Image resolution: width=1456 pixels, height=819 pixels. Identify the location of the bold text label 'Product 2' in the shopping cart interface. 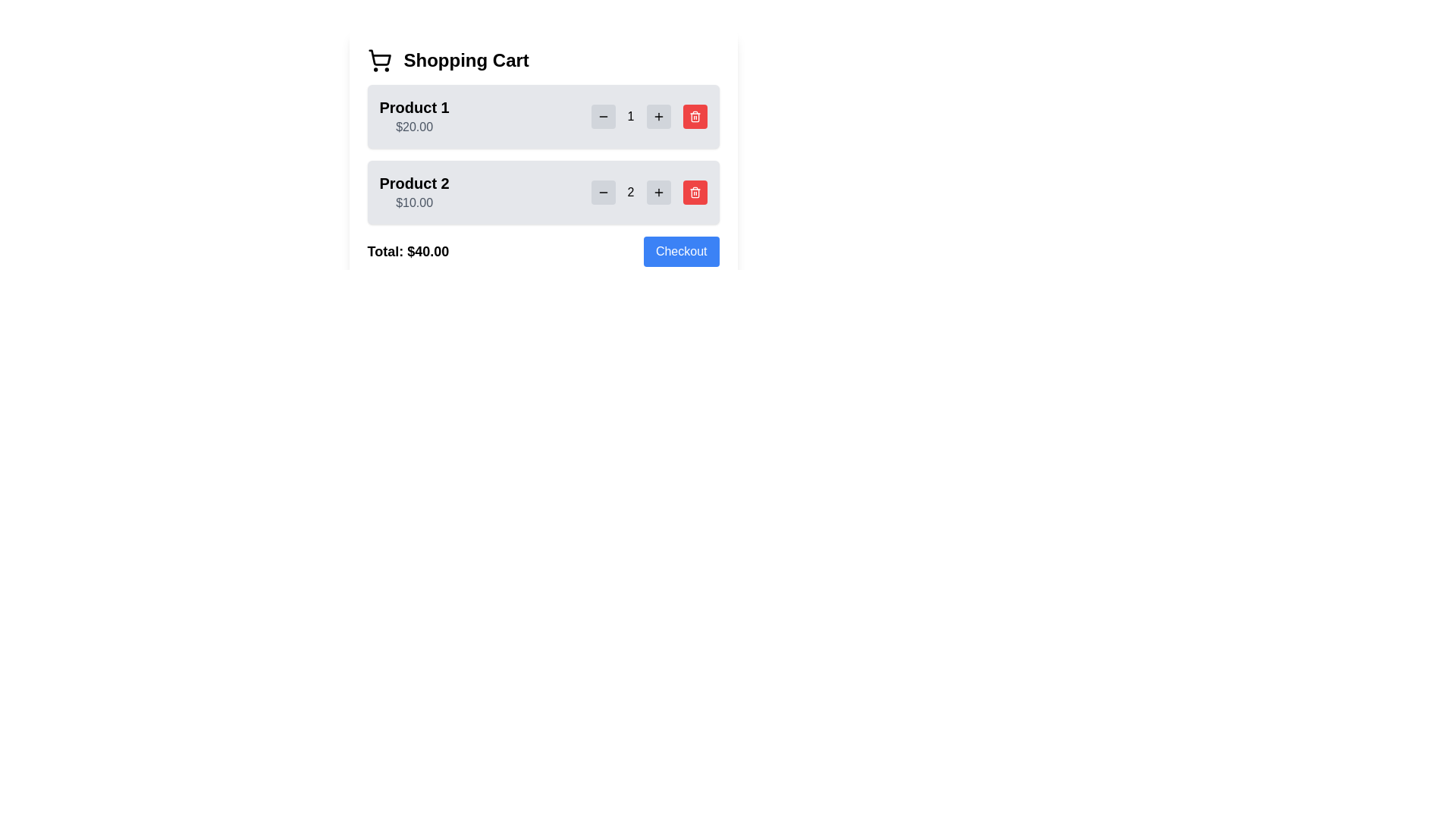
(414, 183).